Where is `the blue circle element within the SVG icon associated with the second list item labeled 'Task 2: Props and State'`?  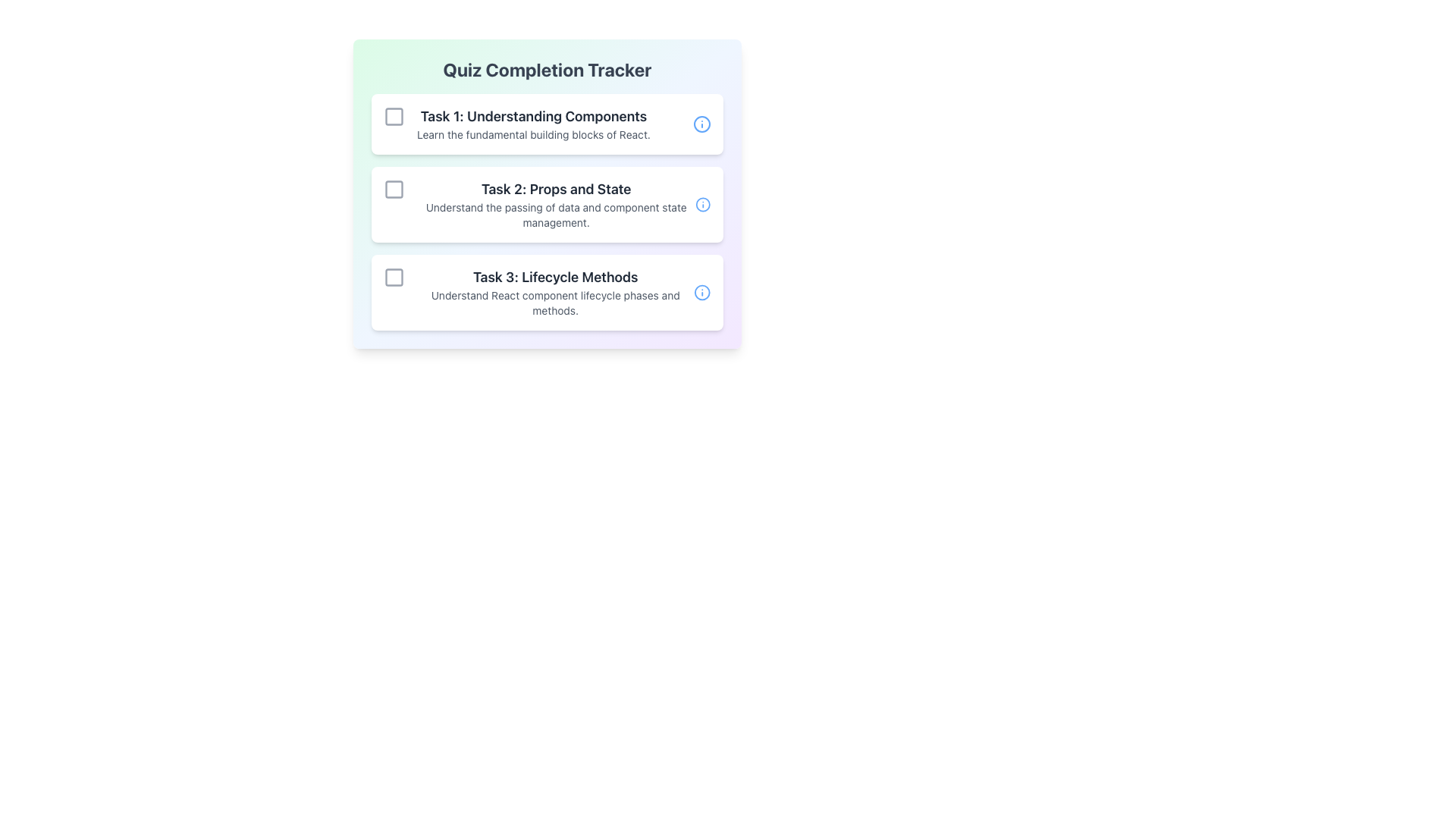
the blue circle element within the SVG icon associated with the second list item labeled 'Task 2: Props and State' is located at coordinates (702, 205).